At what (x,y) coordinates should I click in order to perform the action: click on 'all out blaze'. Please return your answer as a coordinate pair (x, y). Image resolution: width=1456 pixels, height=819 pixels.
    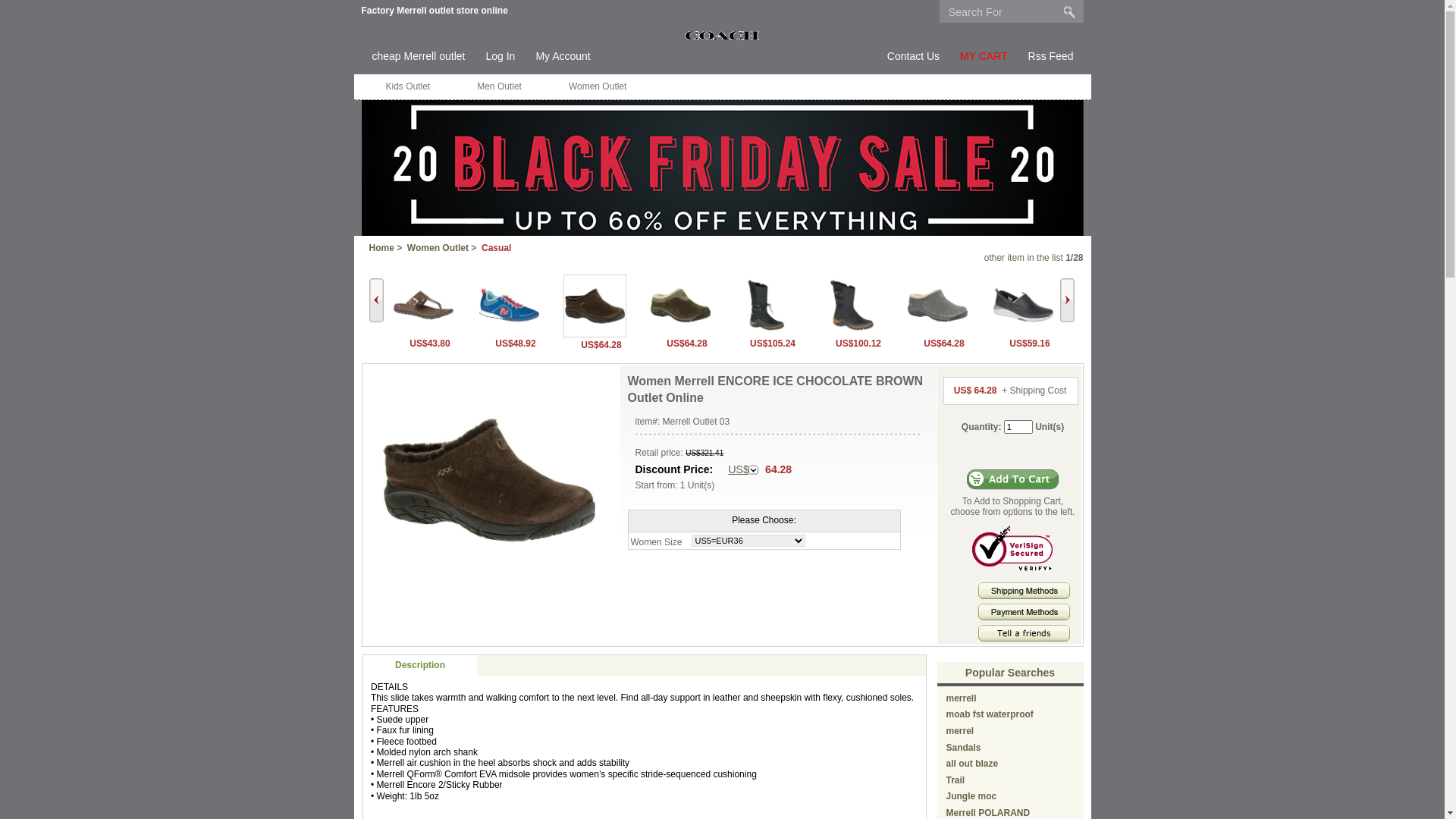
    Looking at the image, I should click on (972, 763).